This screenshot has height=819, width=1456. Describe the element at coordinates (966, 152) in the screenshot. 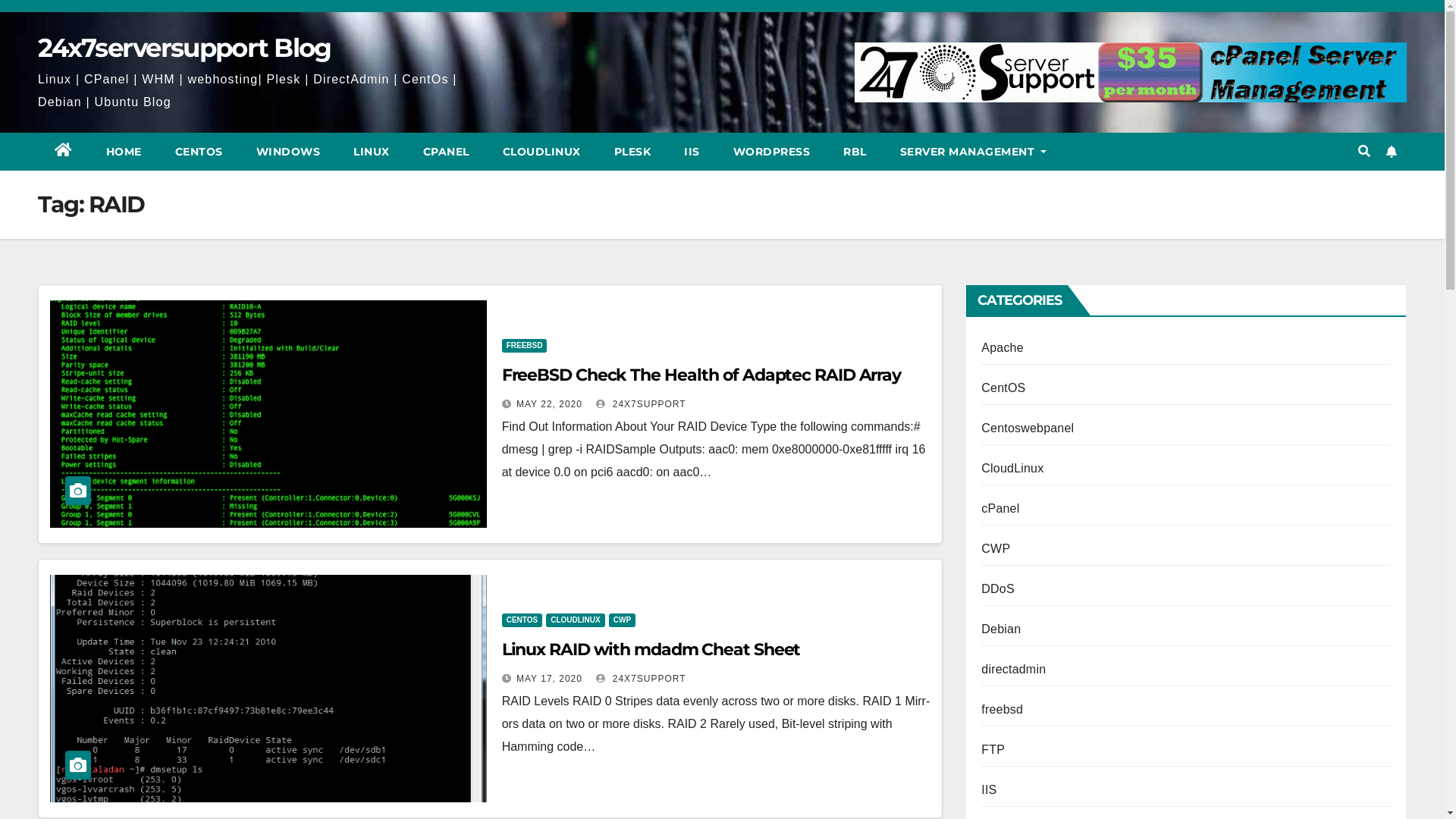

I see `'SERVER MANAGEMENT'` at that location.